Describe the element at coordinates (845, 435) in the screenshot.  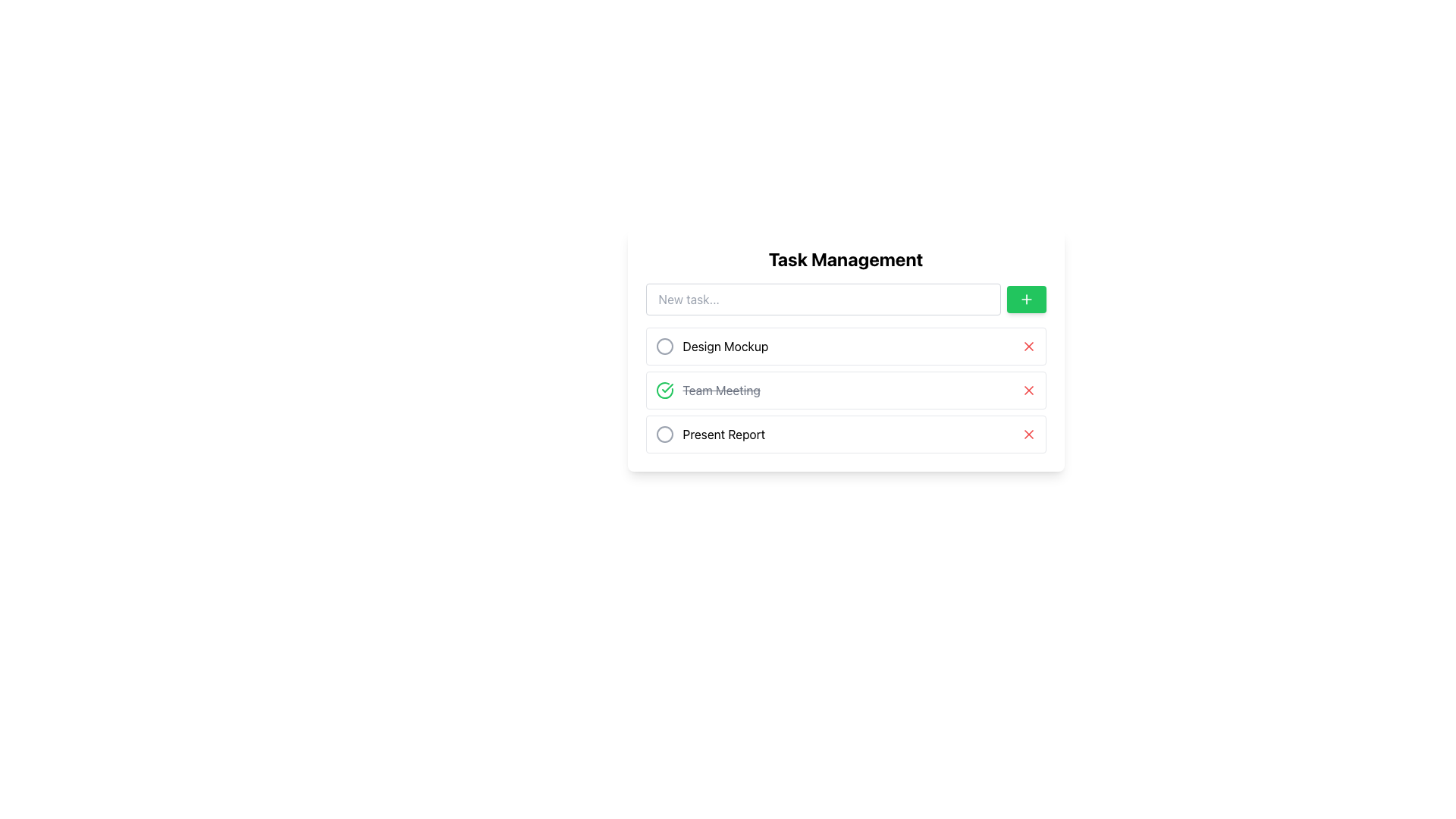
I see `the Interactive Task Item labeled 'Present Report'` at that location.